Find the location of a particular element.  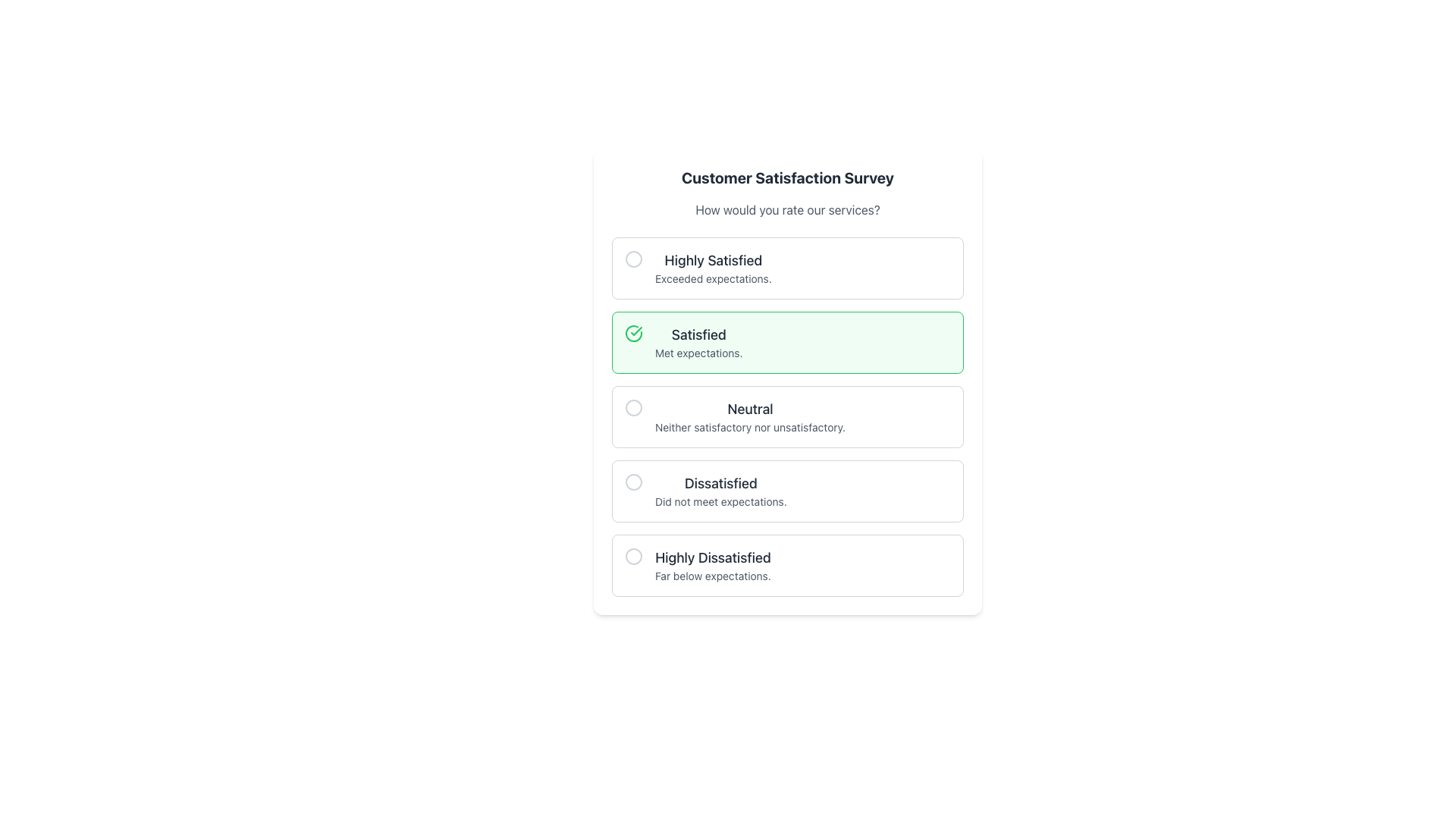

the Text Label that provides additional descriptive information about the 'Neutral' survey option, located below the header text 'Neutral' within the survey form is located at coordinates (750, 427).